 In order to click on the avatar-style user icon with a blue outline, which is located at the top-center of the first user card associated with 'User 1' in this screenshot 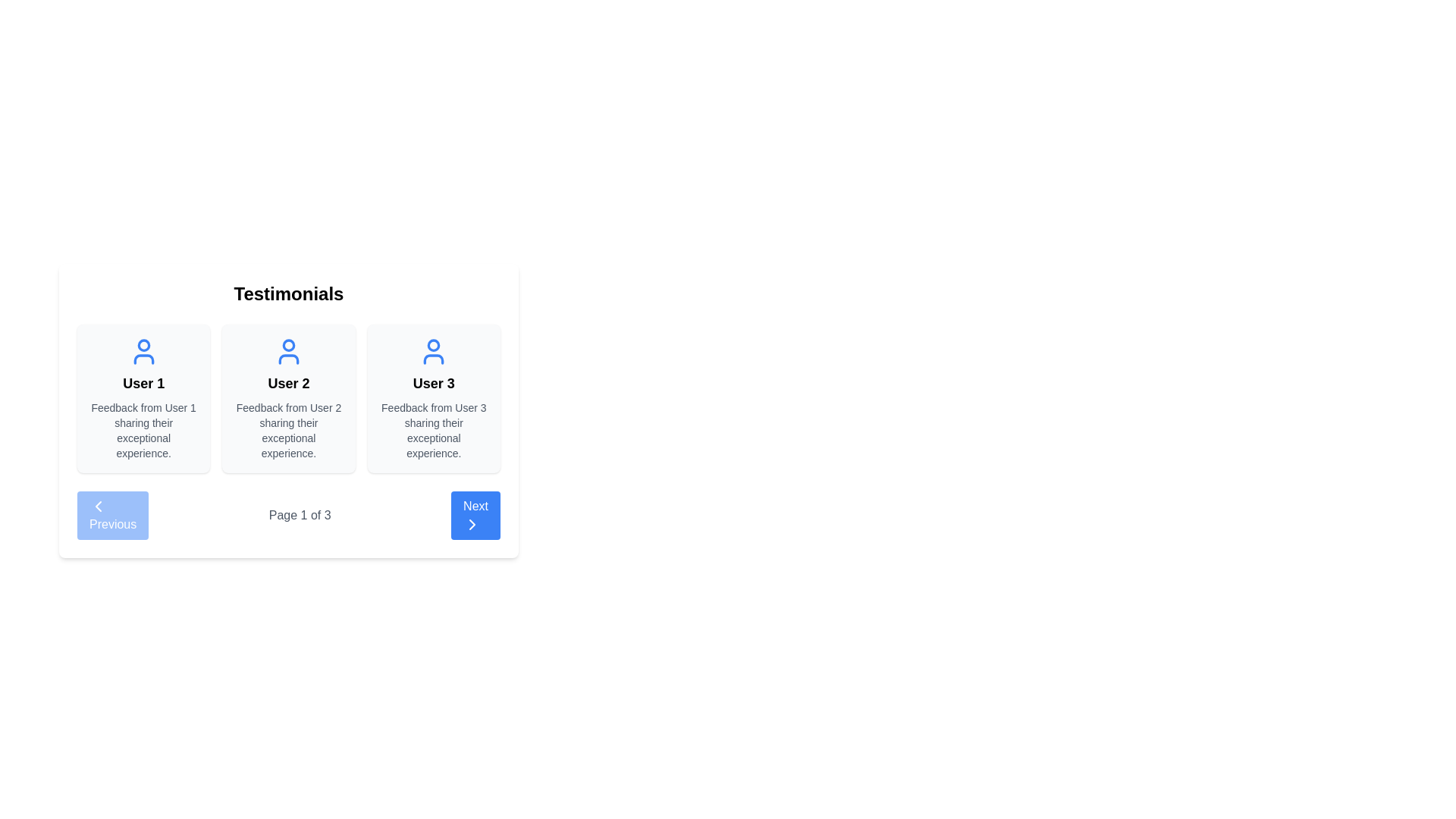, I will do `click(143, 351)`.